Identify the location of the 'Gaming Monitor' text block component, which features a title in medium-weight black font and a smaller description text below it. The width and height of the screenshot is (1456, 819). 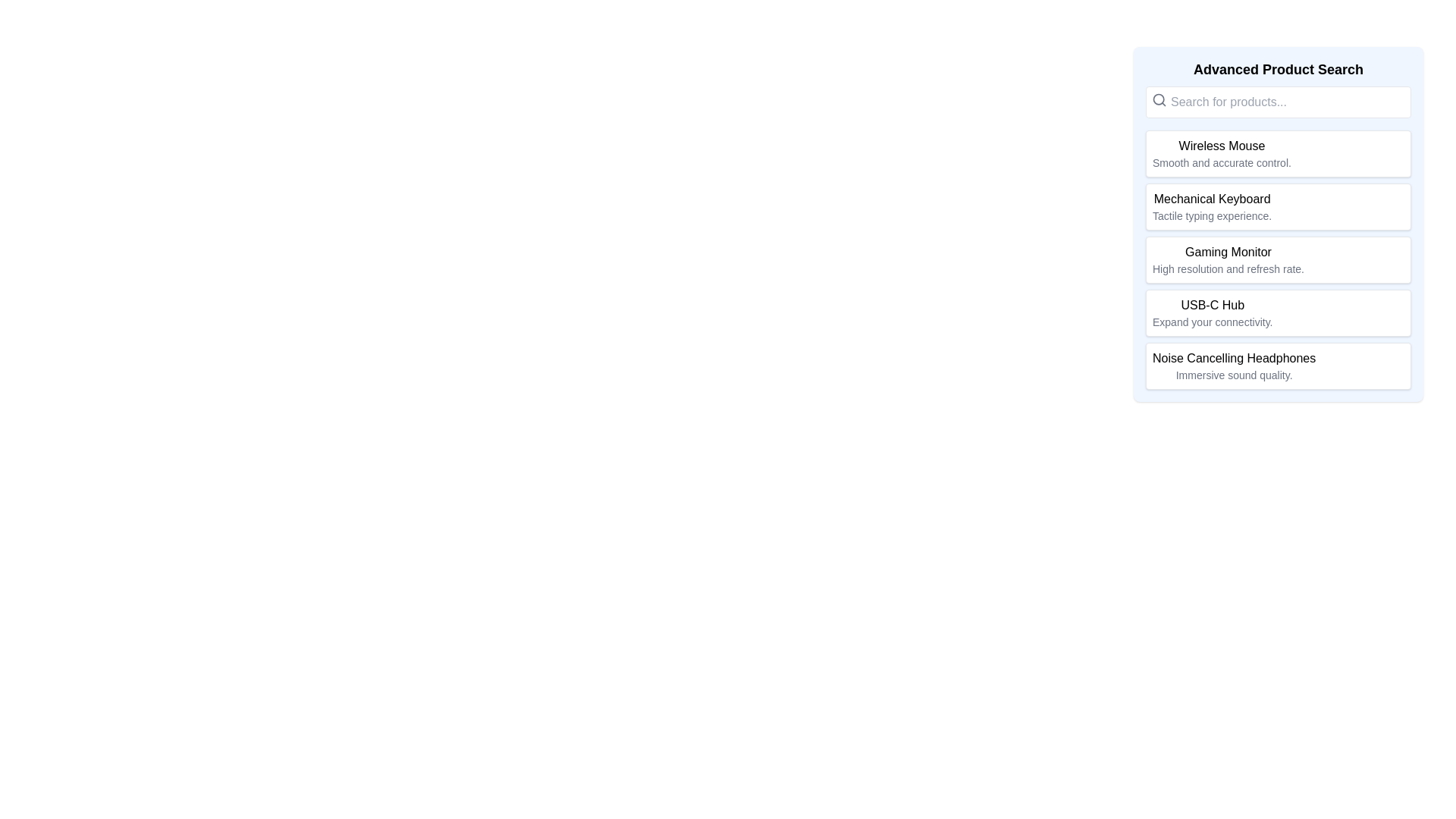
(1228, 259).